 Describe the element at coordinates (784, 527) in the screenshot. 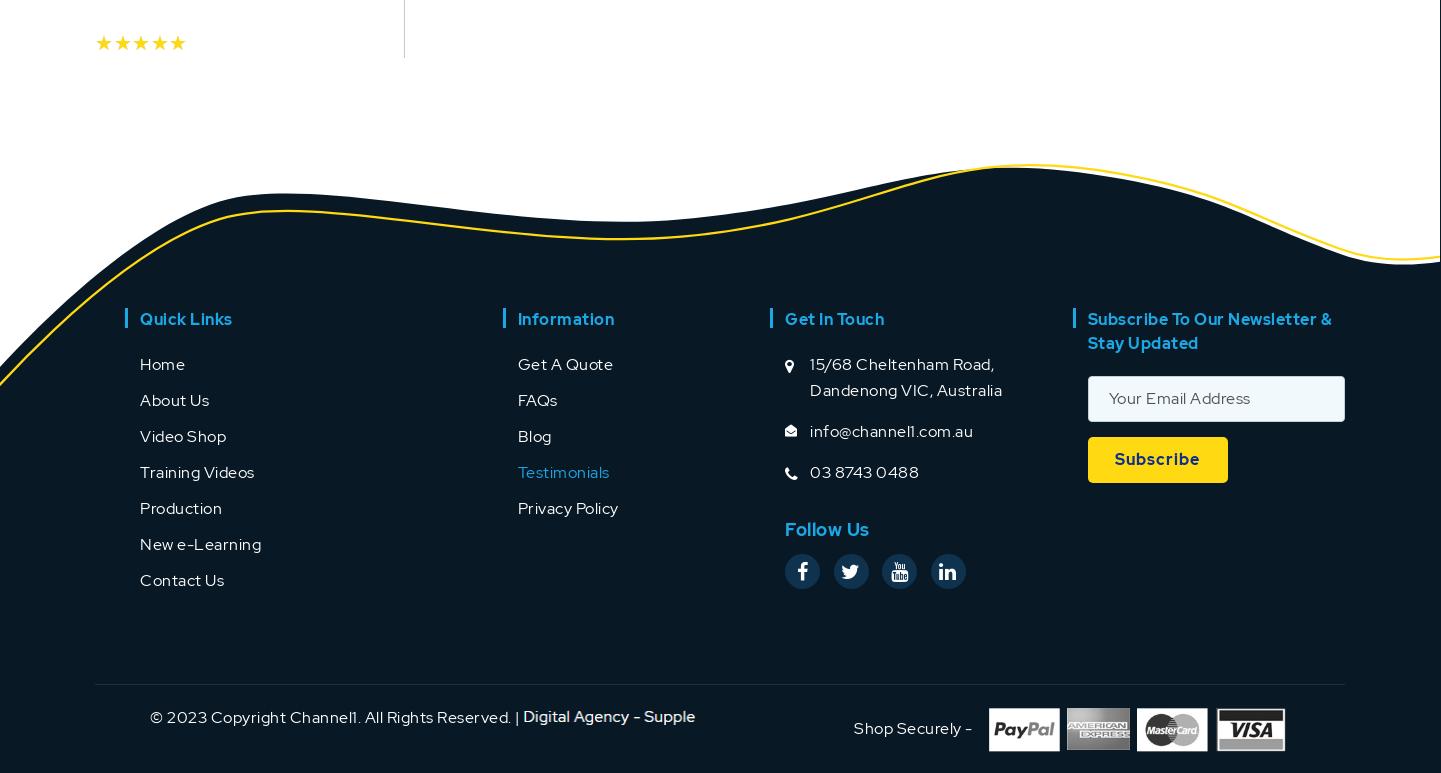

I see `'Follow Us'` at that location.